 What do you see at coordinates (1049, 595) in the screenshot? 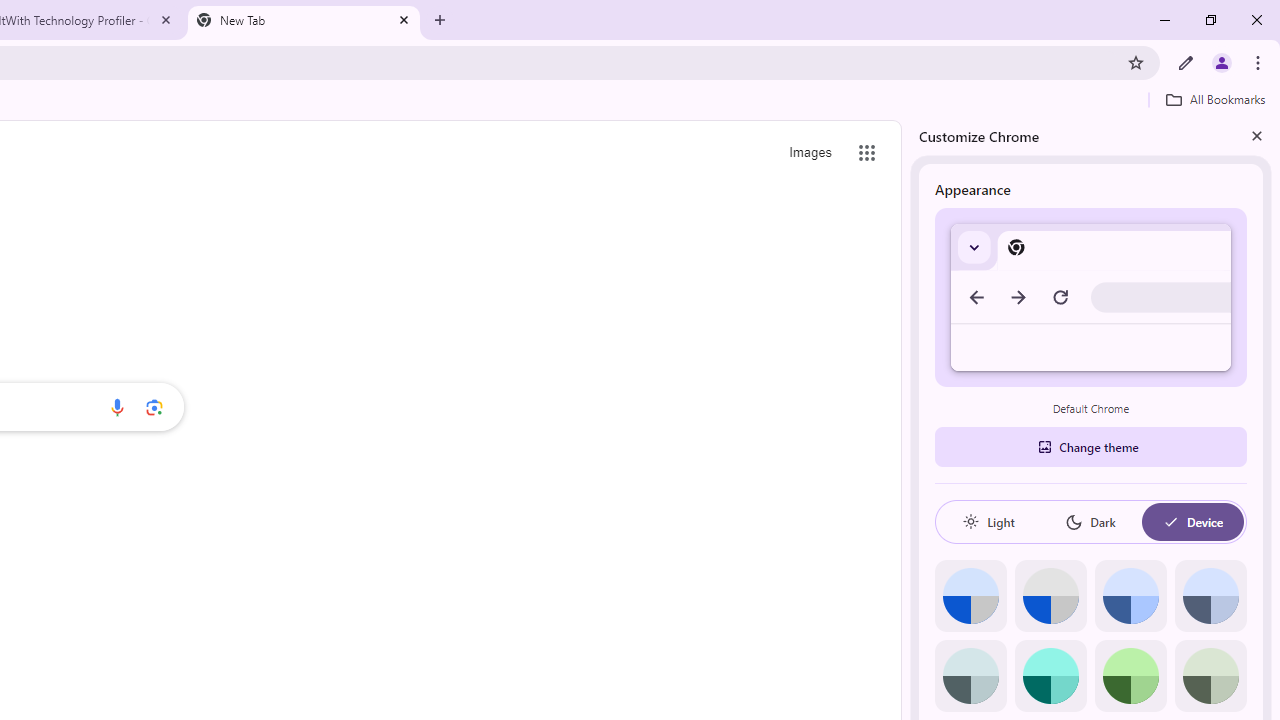
I see `'Grey default color'` at bounding box center [1049, 595].